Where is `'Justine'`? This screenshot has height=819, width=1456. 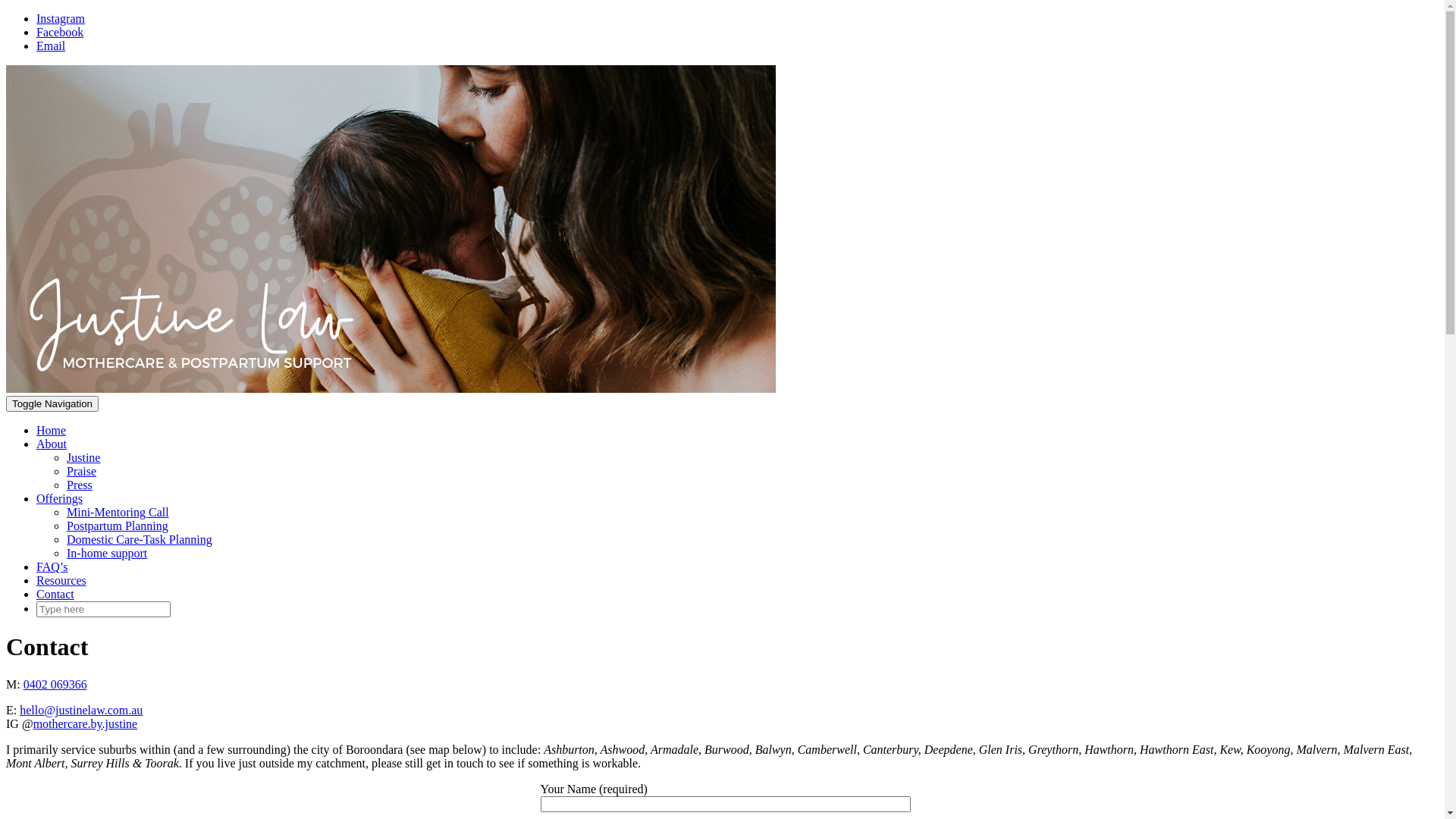 'Justine' is located at coordinates (83, 457).